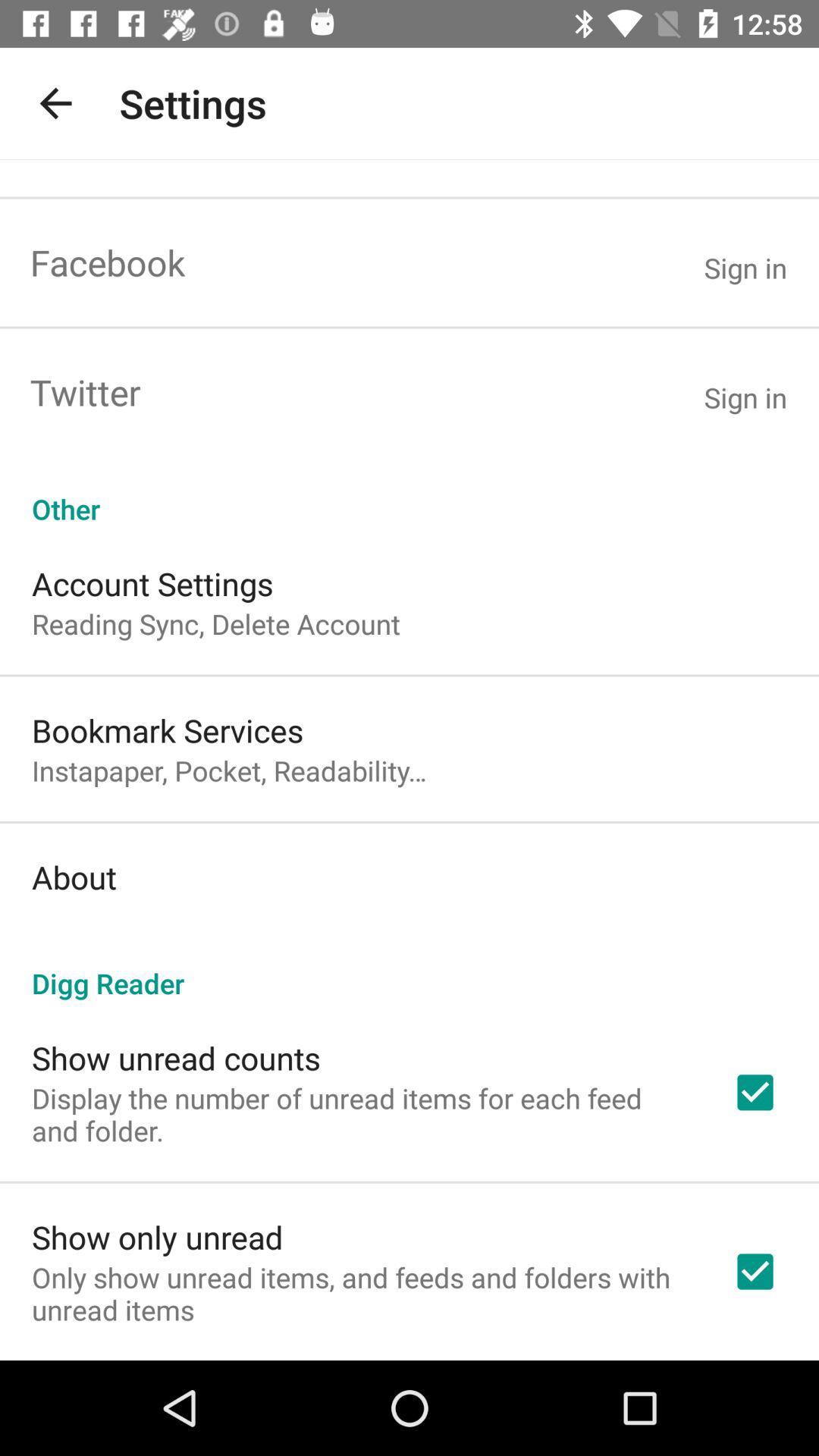  I want to click on account settings icon, so click(152, 582).